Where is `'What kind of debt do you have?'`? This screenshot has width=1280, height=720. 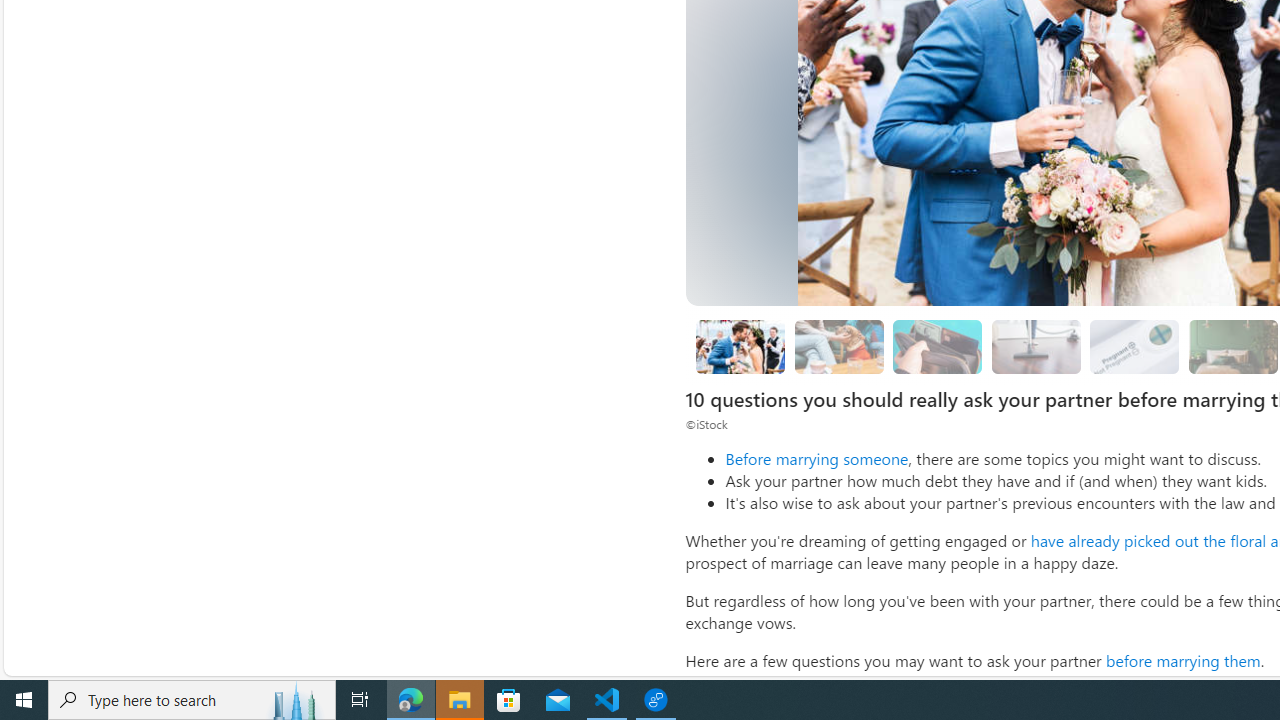
'What kind of debt do you have?' is located at coordinates (936, 346).